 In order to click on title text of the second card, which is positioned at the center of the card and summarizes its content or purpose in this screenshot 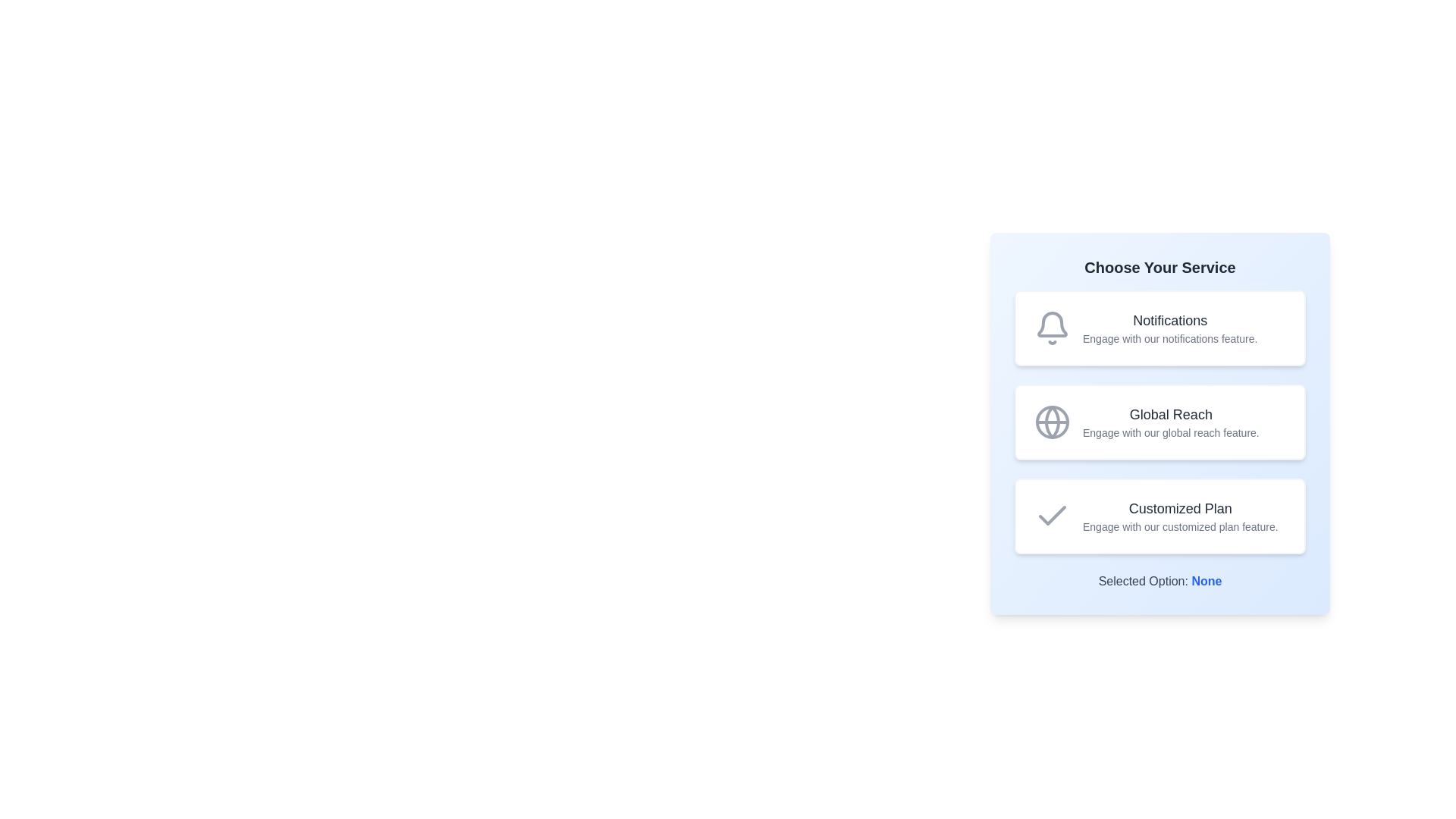, I will do `click(1170, 415)`.